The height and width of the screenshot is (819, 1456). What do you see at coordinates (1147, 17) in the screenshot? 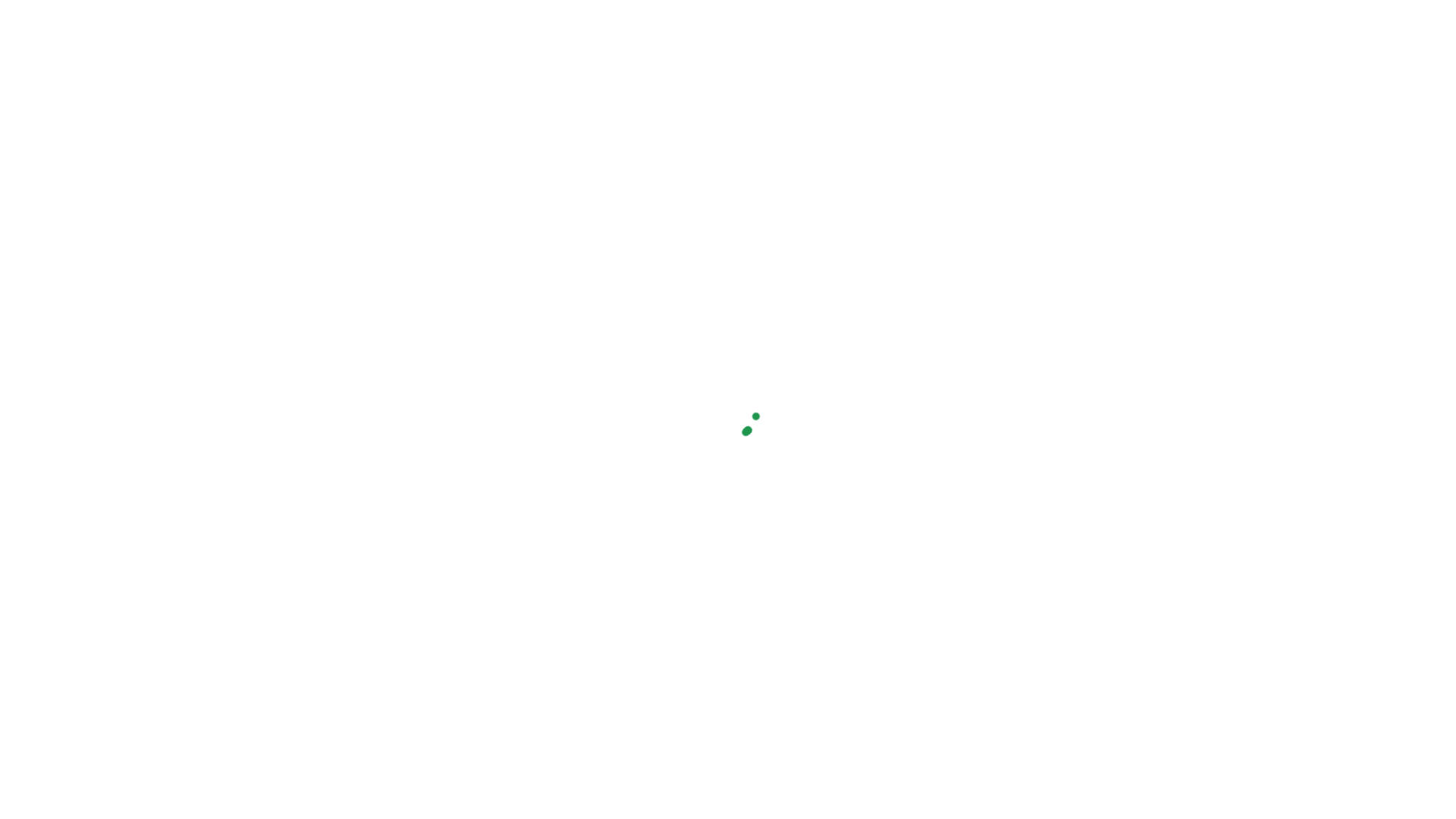
I see `'+375 (29)` at bounding box center [1147, 17].